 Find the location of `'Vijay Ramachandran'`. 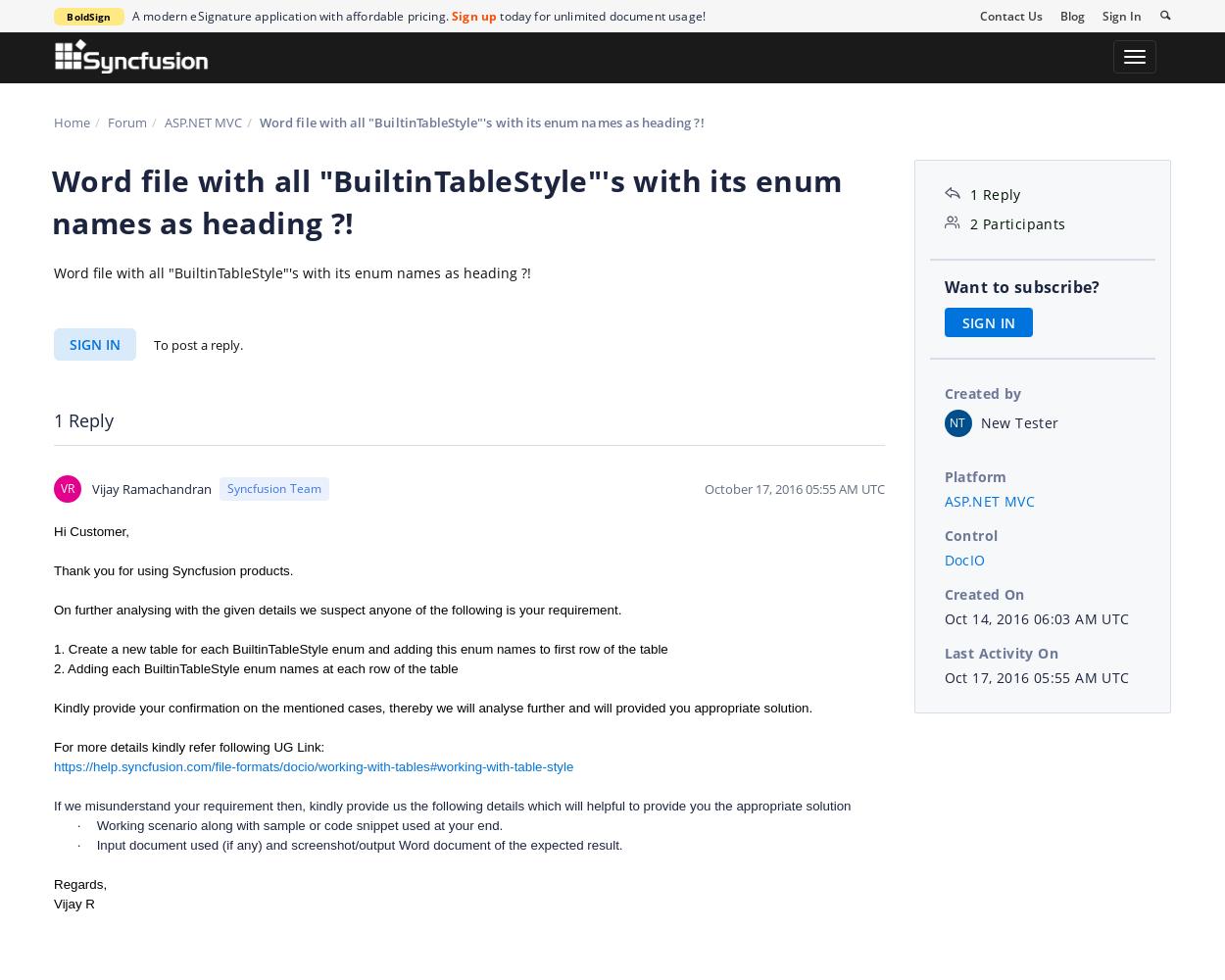

'Vijay Ramachandran' is located at coordinates (152, 487).